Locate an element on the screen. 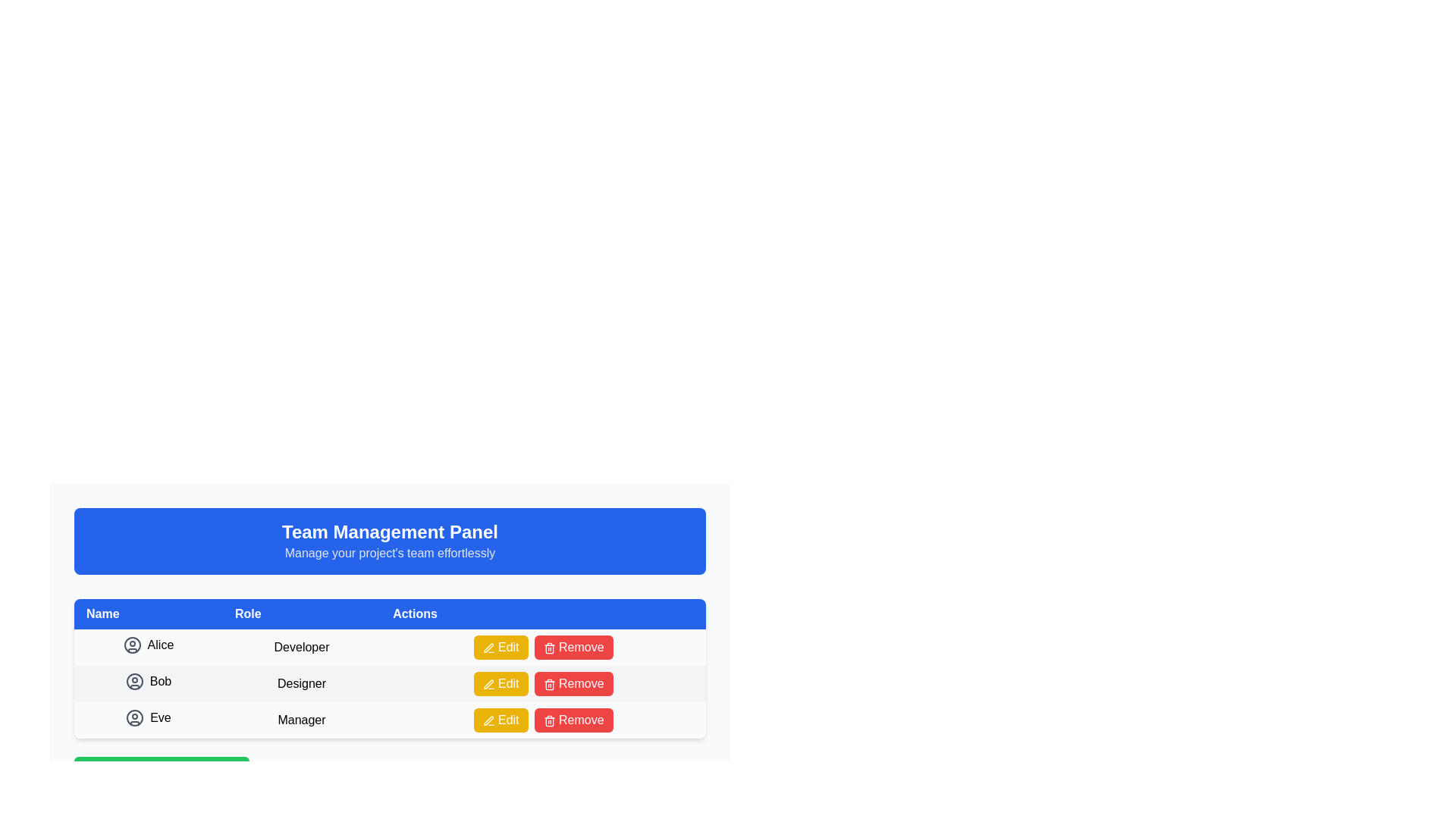 This screenshot has height=819, width=1456. the Header panel with text that contains 'Team Management Panel' and 'Manage your project's team effortlessly' is located at coordinates (390, 540).